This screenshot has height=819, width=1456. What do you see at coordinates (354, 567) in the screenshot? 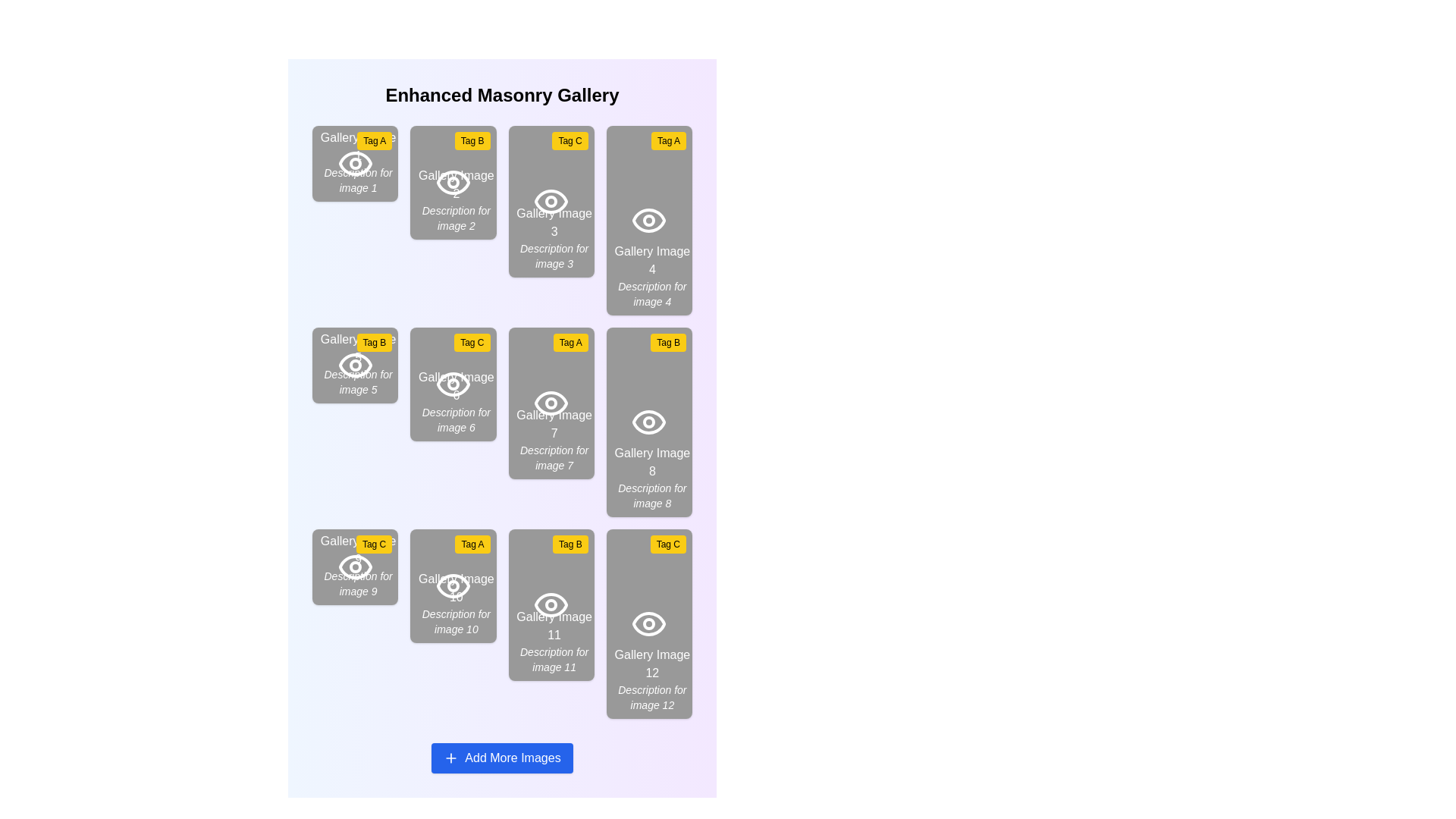
I see `the gray eye-shaped icon with a white border and black circle, located in the last row of the gallery layout under 'Gallery Image 9'` at bounding box center [354, 567].